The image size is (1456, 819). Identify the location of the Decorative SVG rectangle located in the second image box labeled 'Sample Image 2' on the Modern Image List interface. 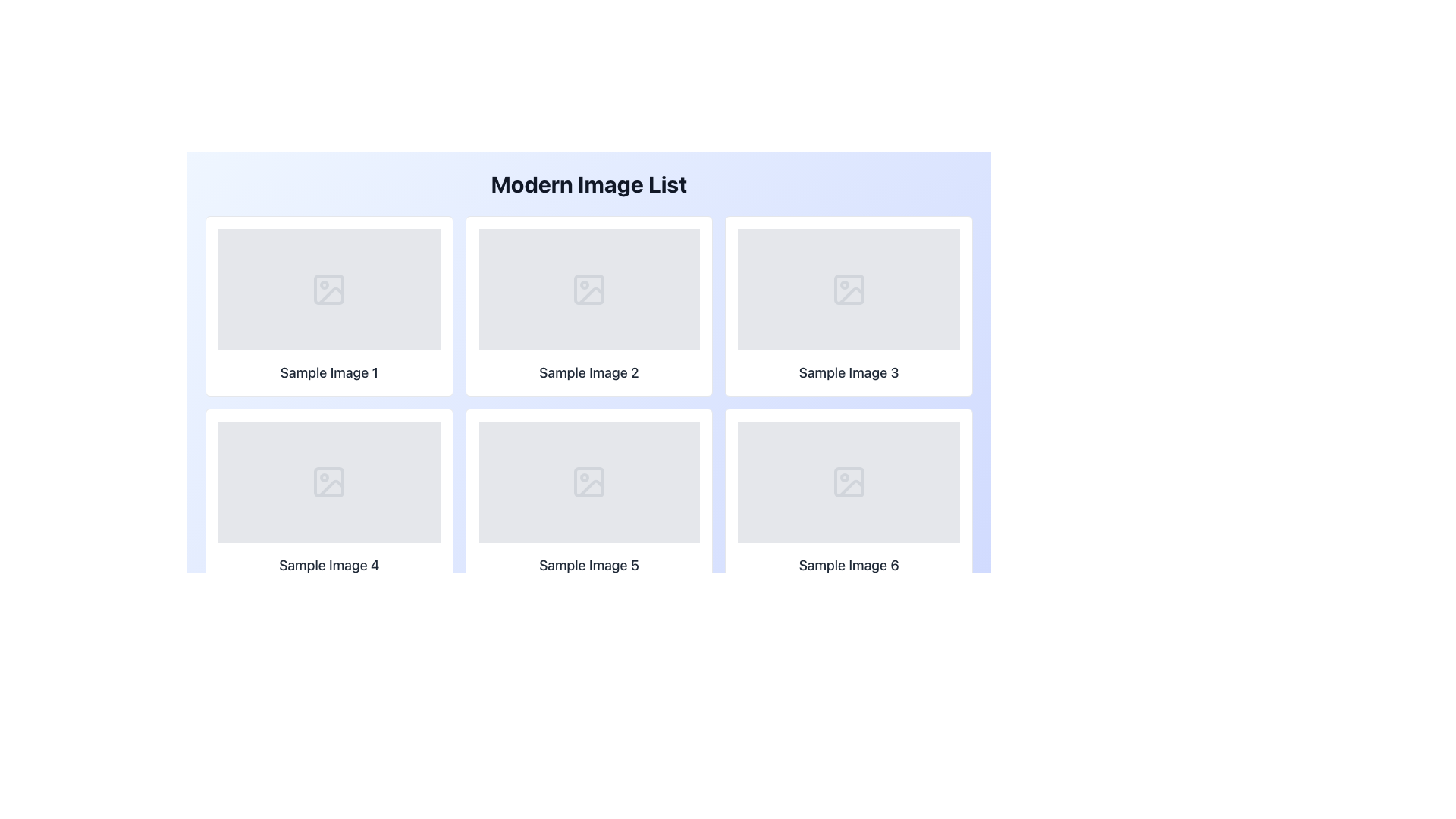
(588, 289).